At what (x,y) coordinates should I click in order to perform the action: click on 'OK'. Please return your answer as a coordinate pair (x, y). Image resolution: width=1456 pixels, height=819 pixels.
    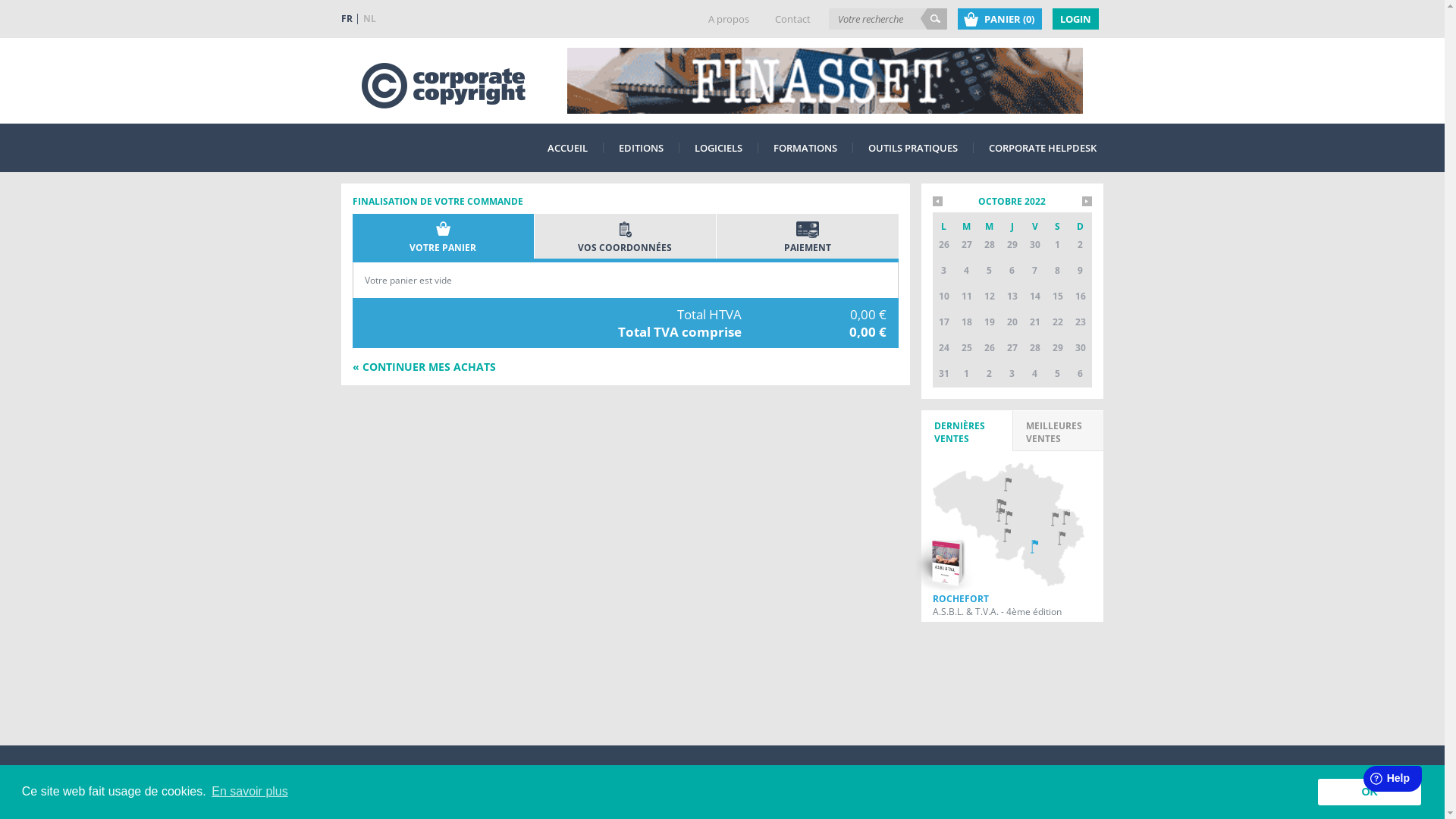
    Looking at the image, I should click on (1369, 791).